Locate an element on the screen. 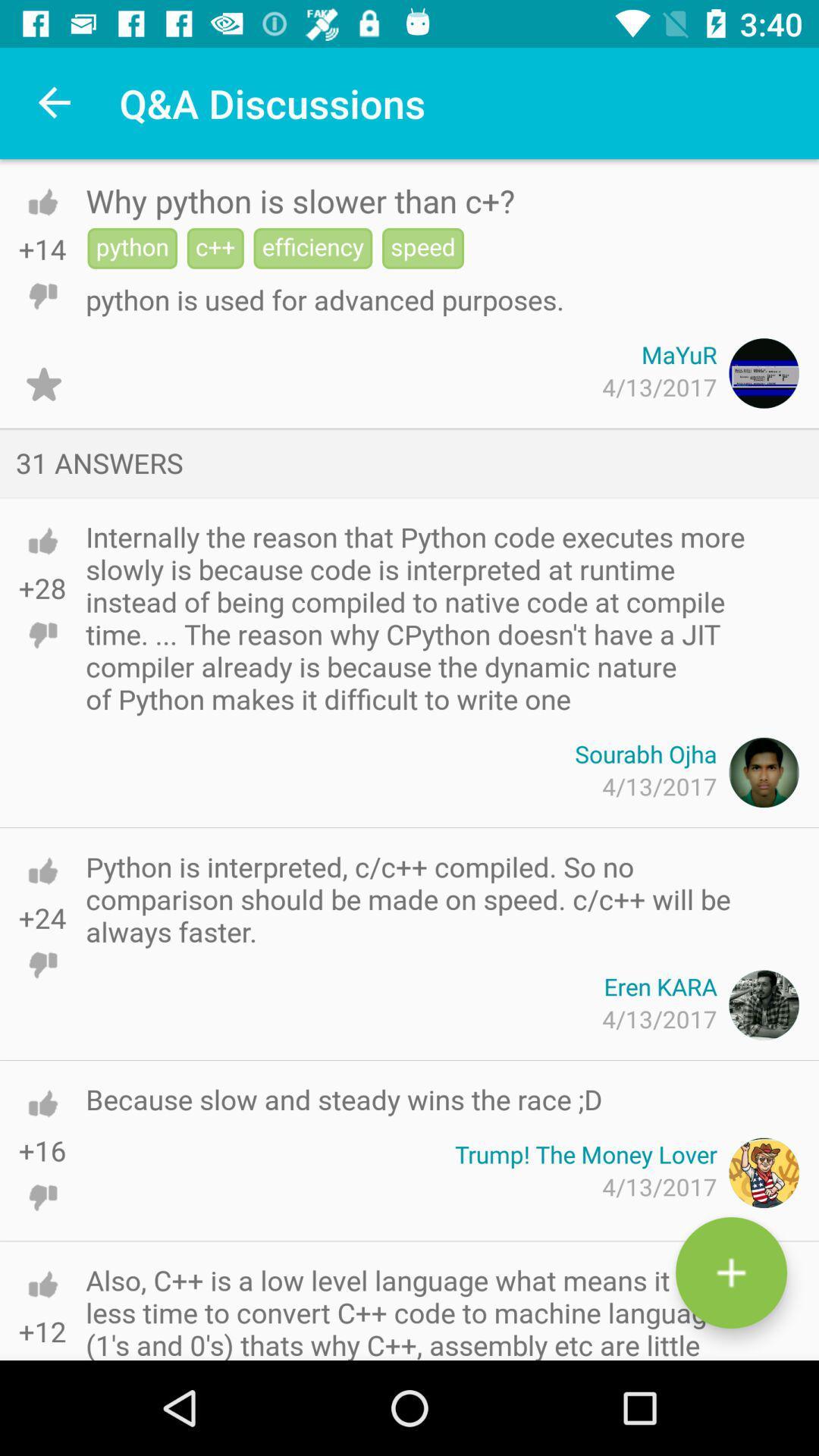 This screenshot has width=819, height=1456. comment is located at coordinates (730, 1272).